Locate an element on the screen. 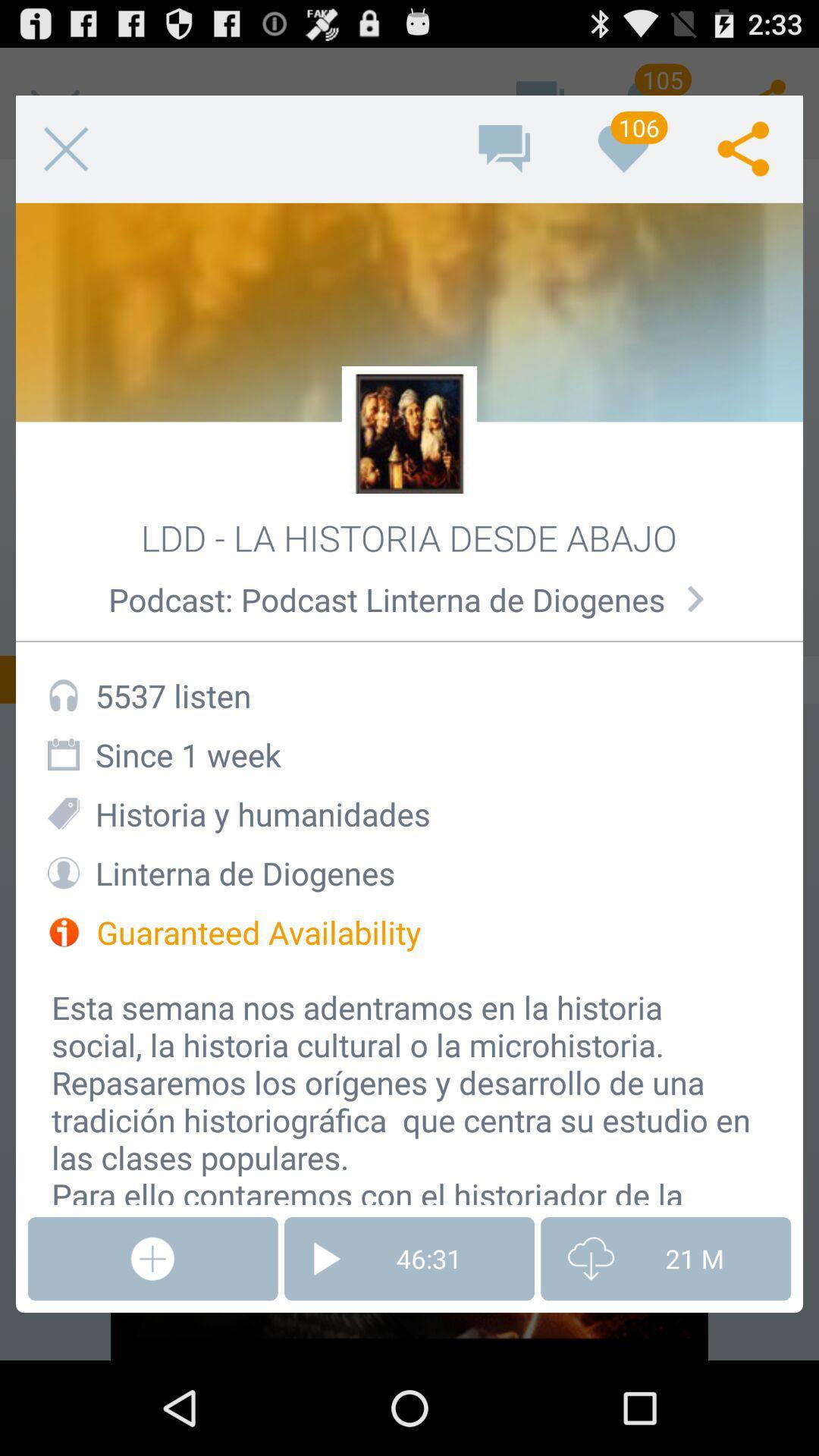 The height and width of the screenshot is (1456, 819). item next to the 21 m icon is located at coordinates (409, 1259).